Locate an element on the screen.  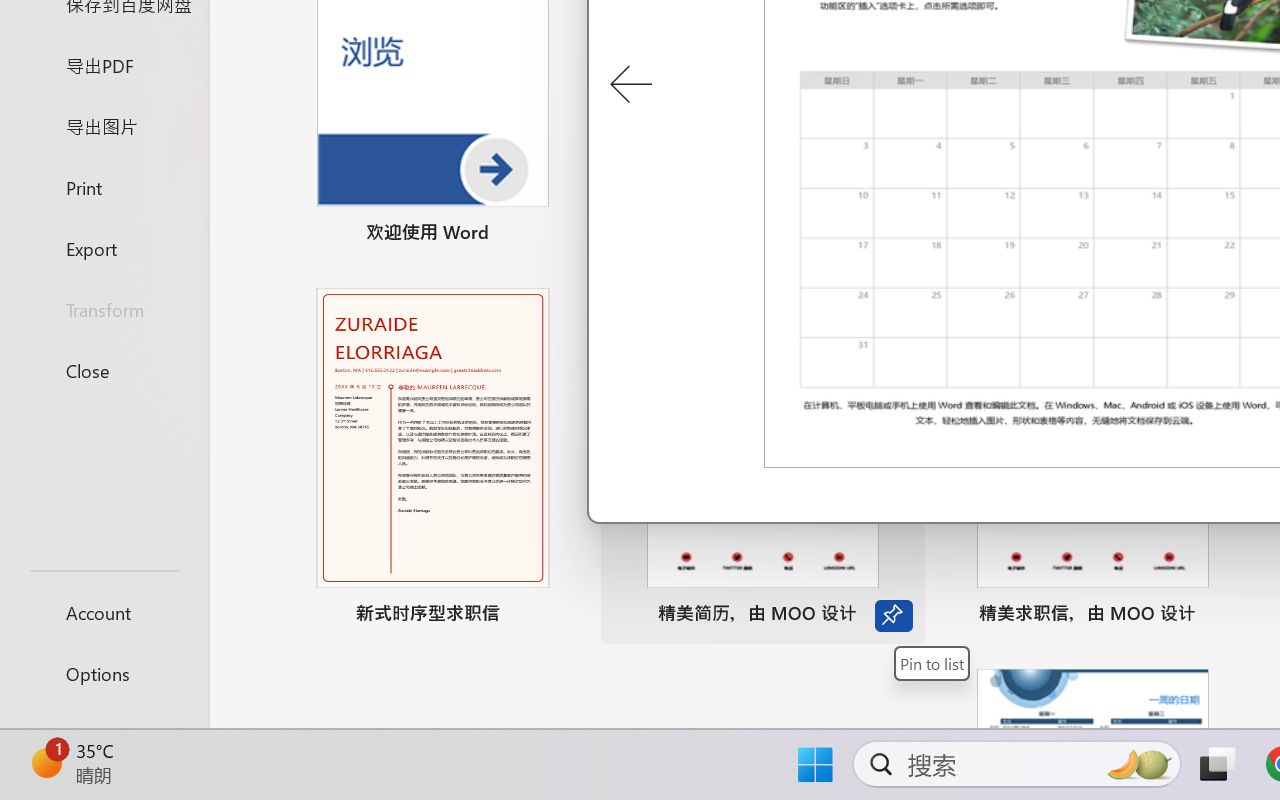
'Export' is located at coordinates (103, 247).